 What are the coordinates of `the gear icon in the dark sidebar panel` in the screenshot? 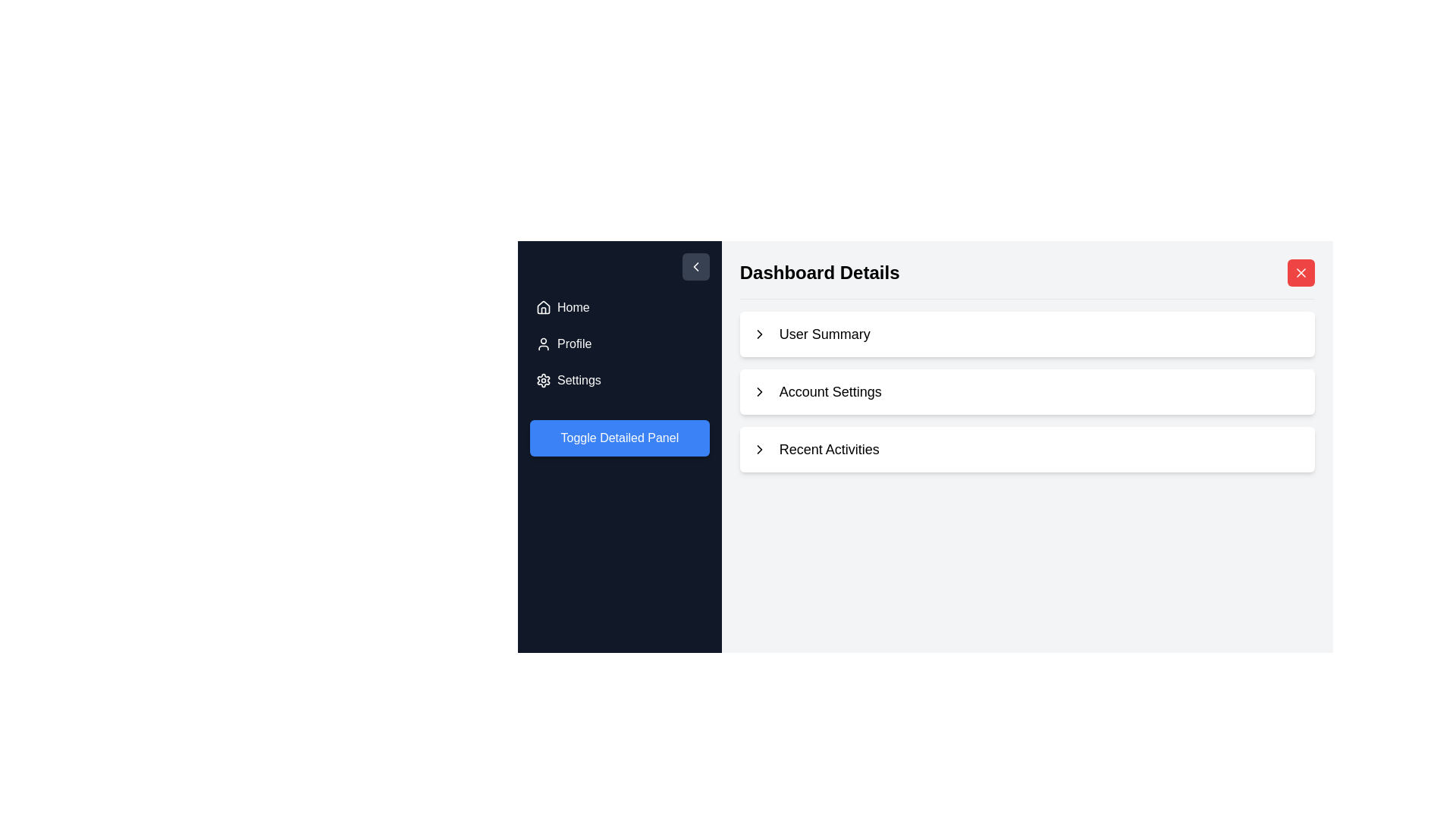 It's located at (543, 379).